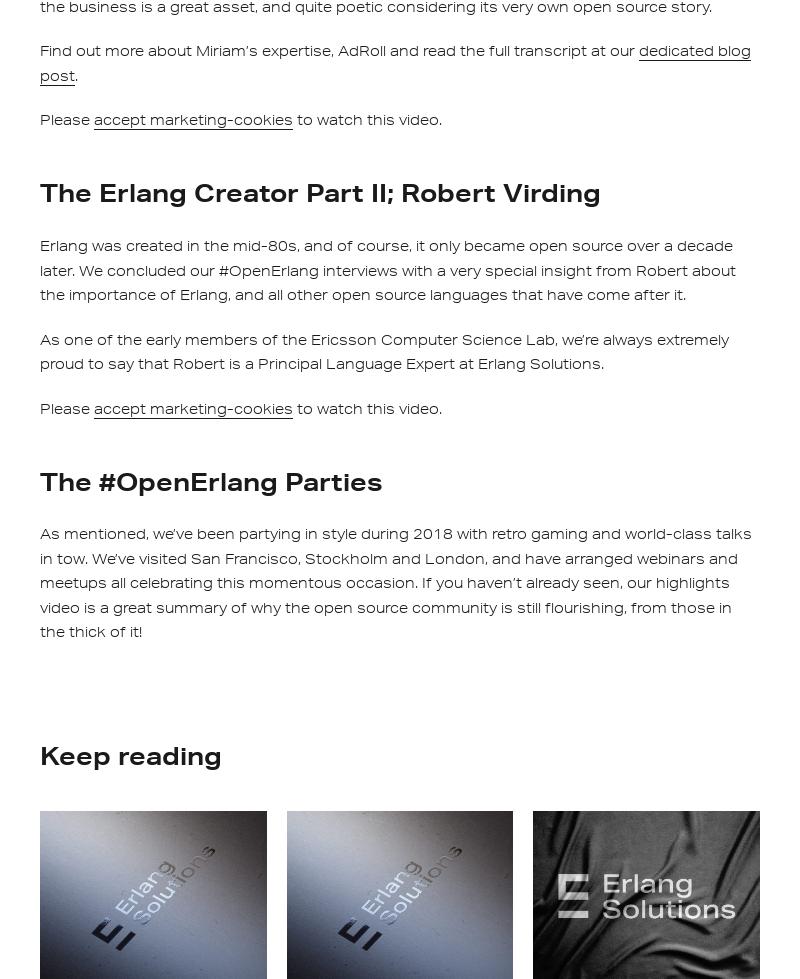  Describe the element at coordinates (76, 74) in the screenshot. I see `'.'` at that location.